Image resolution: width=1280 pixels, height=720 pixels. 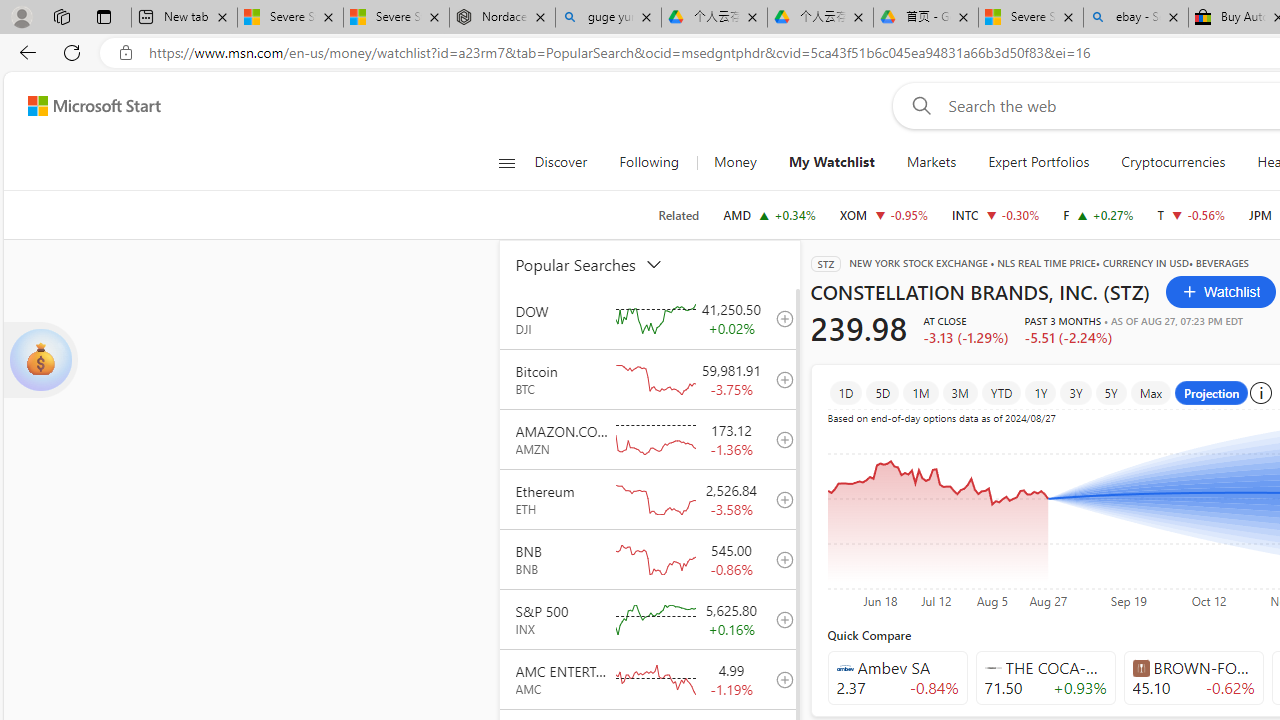 What do you see at coordinates (1191, 214) in the screenshot?
I see `'T AT&T INC. decrease 19.65 -0.11 -0.56%'` at bounding box center [1191, 214].